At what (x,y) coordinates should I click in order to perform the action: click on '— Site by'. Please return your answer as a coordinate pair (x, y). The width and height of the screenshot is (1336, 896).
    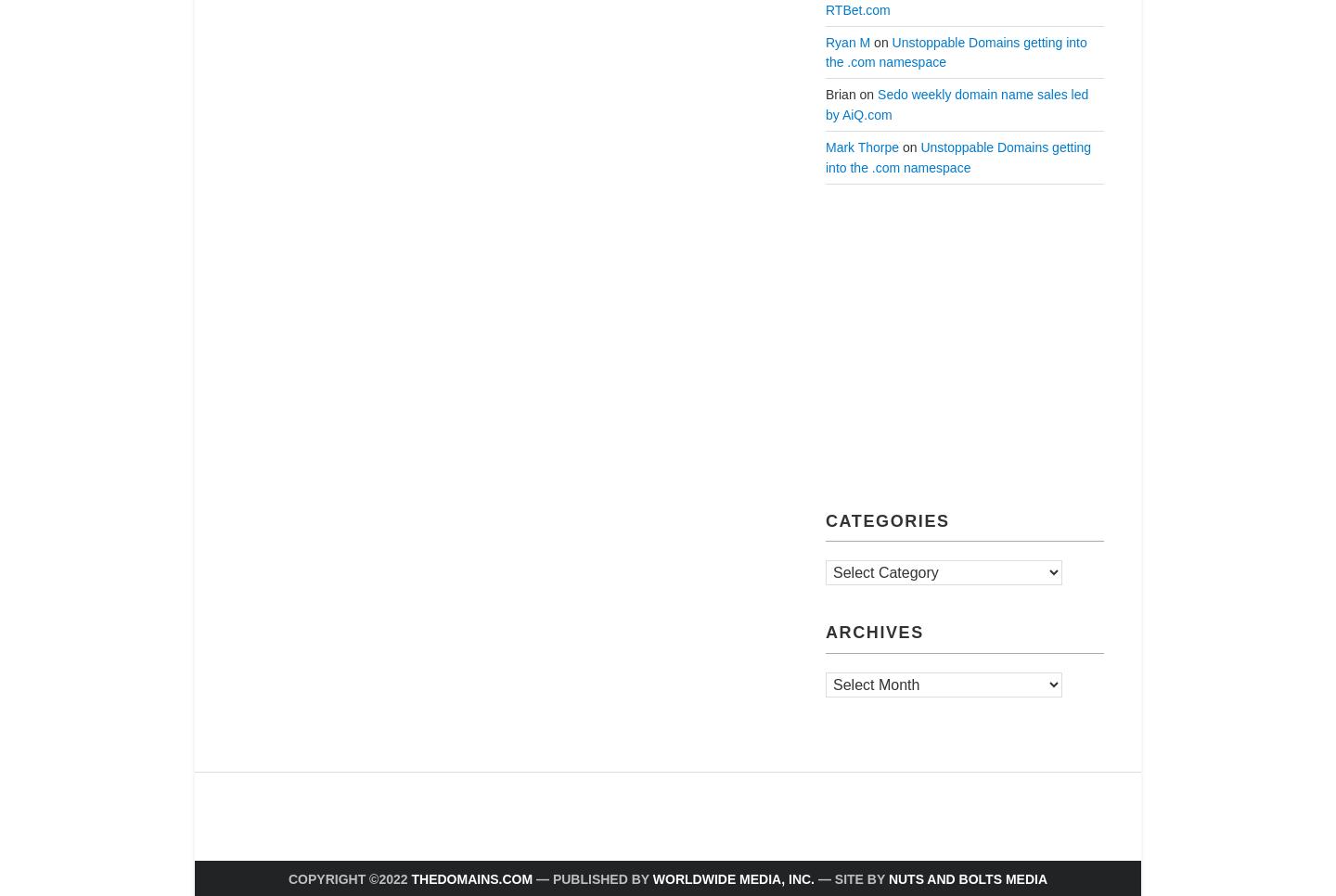
    Looking at the image, I should click on (851, 877).